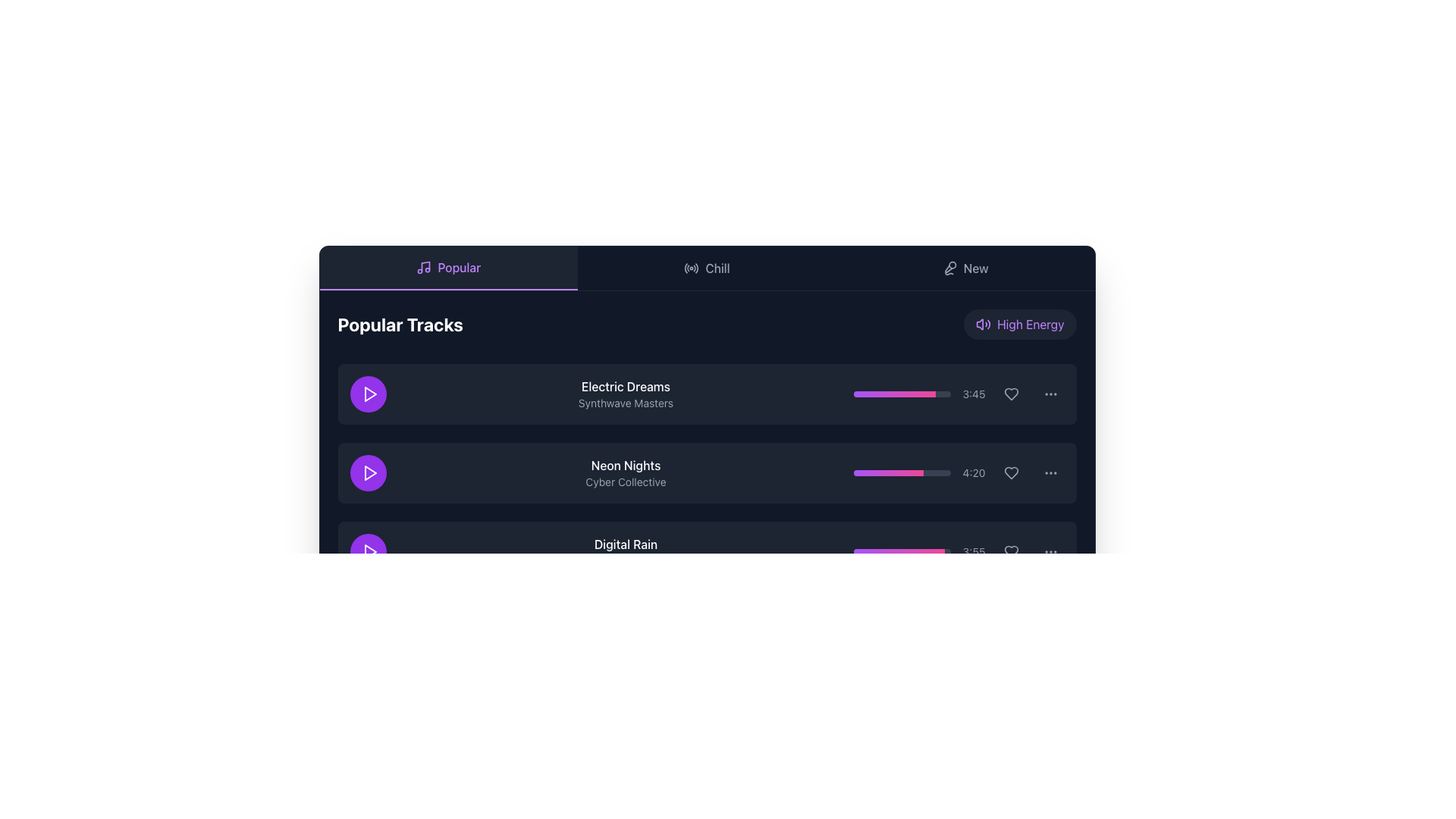 The image size is (1456, 819). Describe the element at coordinates (1050, 472) in the screenshot. I see `the ellipsis icon consisting of three small circular dots arranged horizontally, located to the far right of the 'Neon Nights' track` at that location.